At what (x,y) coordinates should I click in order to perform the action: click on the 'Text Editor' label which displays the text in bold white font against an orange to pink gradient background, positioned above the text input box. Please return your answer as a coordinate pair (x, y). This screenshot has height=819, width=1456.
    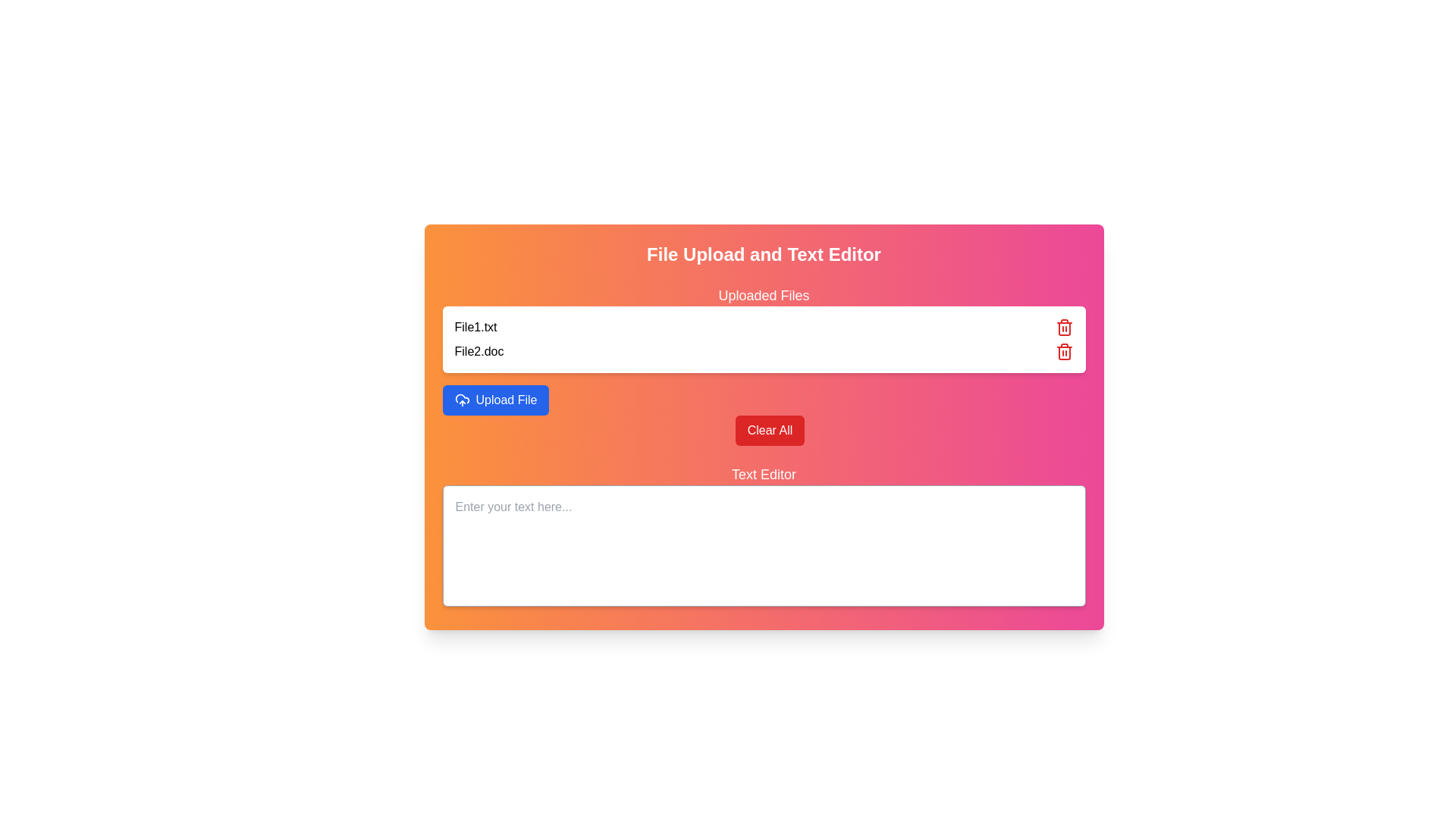
    Looking at the image, I should click on (764, 473).